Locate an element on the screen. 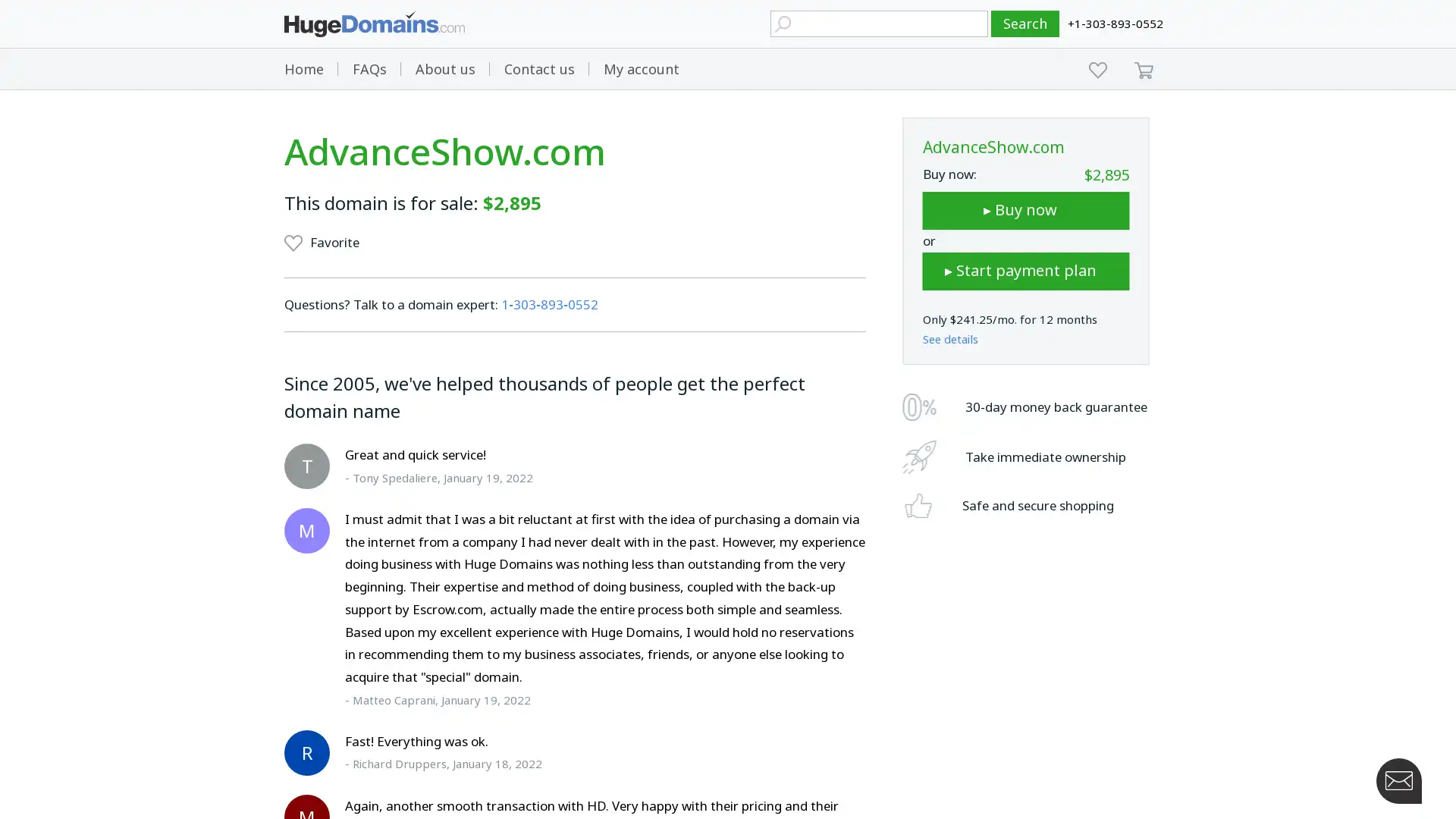 The width and height of the screenshot is (1456, 819). Search is located at coordinates (1025, 24).